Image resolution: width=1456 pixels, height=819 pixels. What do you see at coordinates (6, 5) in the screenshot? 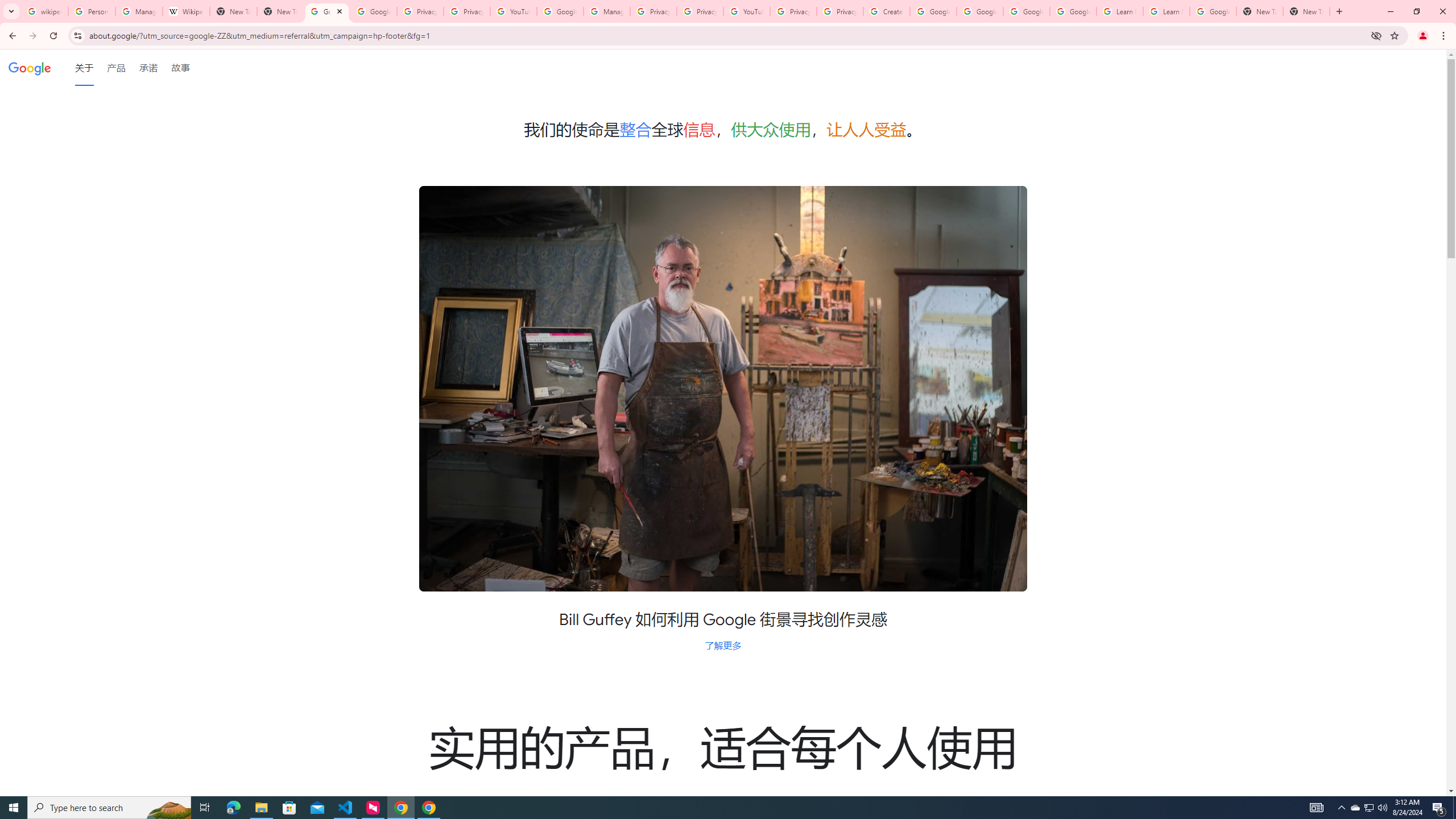
I see `'System'` at bounding box center [6, 5].